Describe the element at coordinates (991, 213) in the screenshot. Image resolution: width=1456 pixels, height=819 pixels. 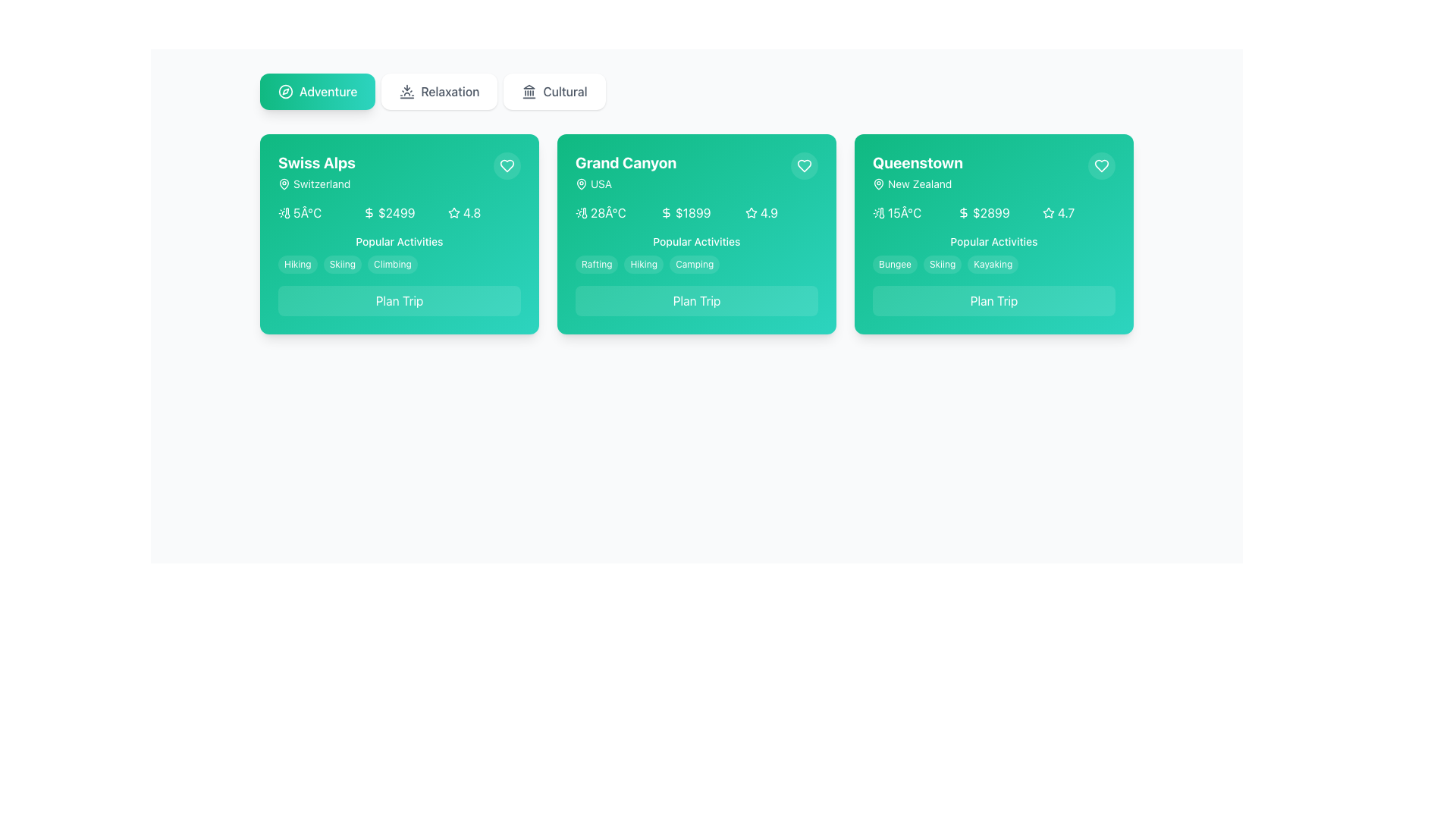
I see `the static text element displaying the price '$2899' within the turquoise card for 'Queenstown, New Zealand'` at that location.